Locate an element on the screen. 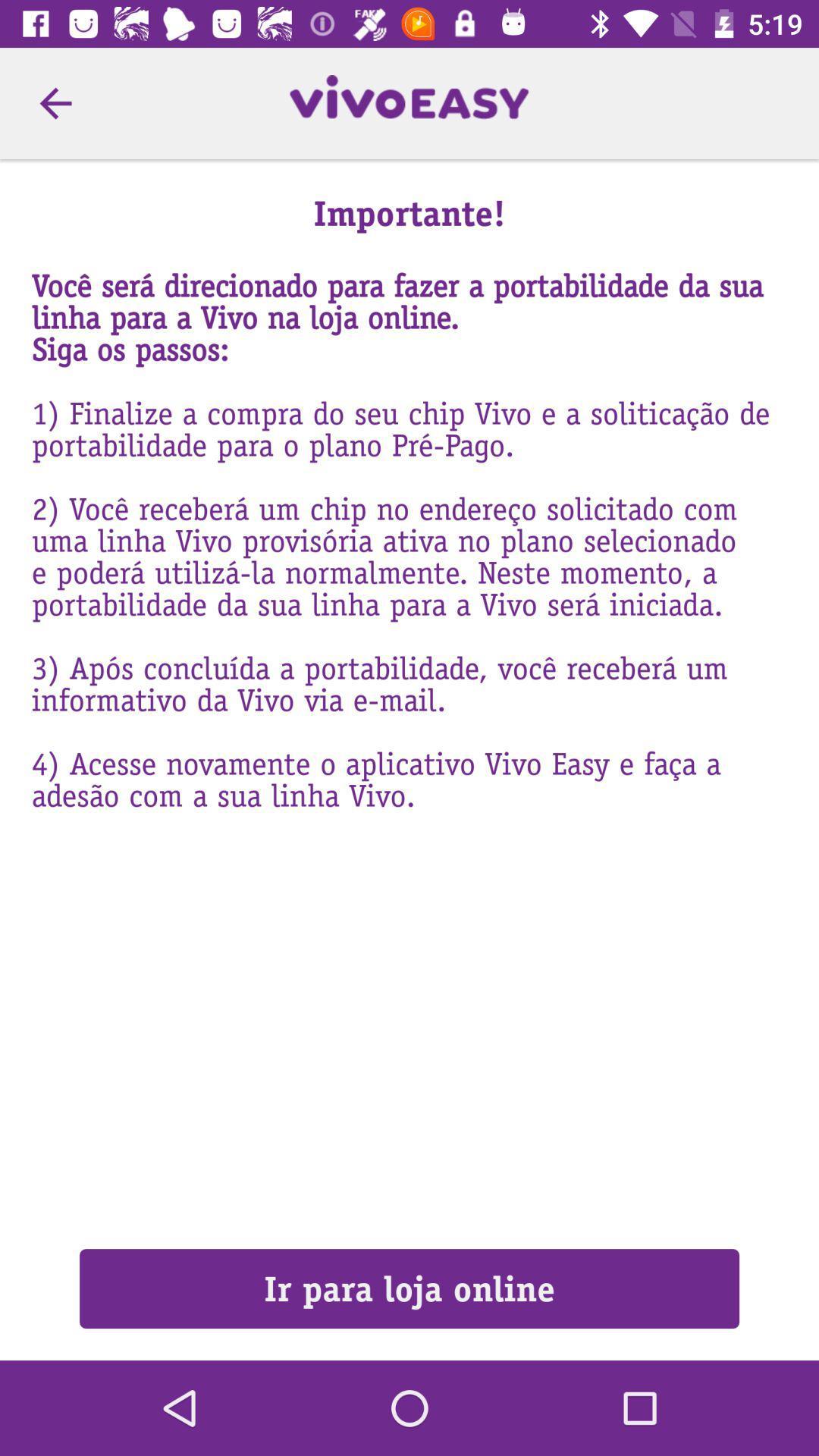 The image size is (819, 1456). item next to the importante! icon is located at coordinates (55, 102).